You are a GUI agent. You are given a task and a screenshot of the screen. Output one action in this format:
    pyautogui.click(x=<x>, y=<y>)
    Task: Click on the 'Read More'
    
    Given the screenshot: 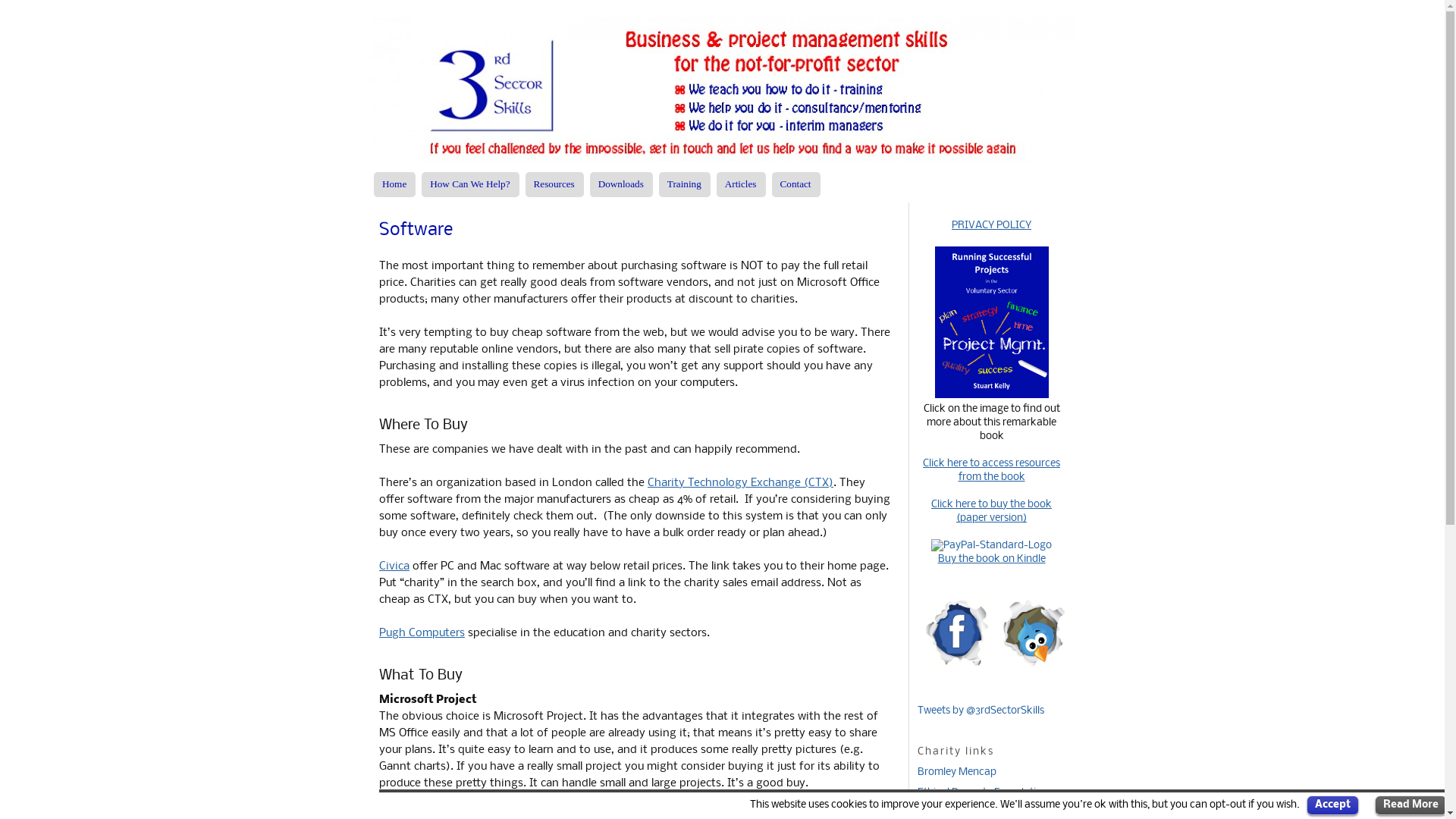 What is the action you would take?
    pyautogui.click(x=1376, y=805)
    